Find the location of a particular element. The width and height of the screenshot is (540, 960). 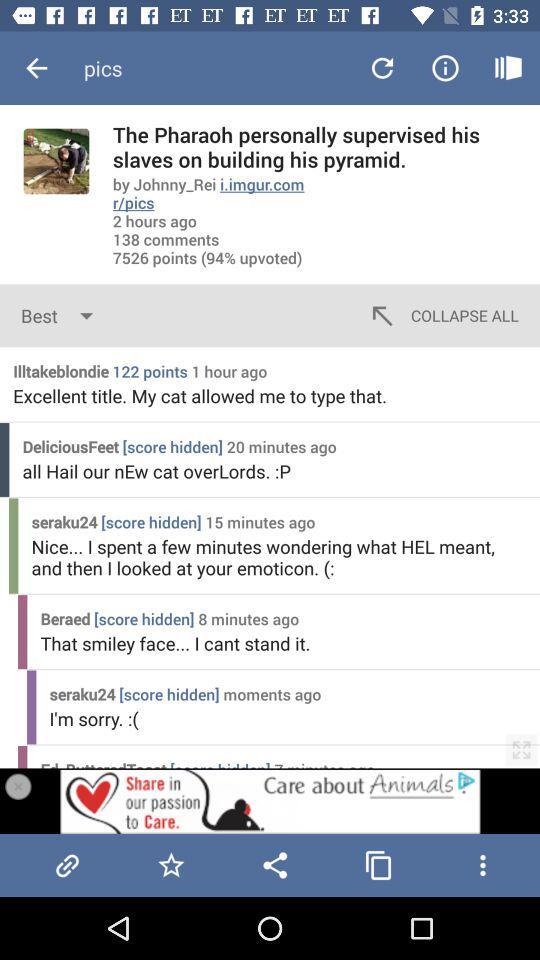

the share icon is located at coordinates (274, 864).